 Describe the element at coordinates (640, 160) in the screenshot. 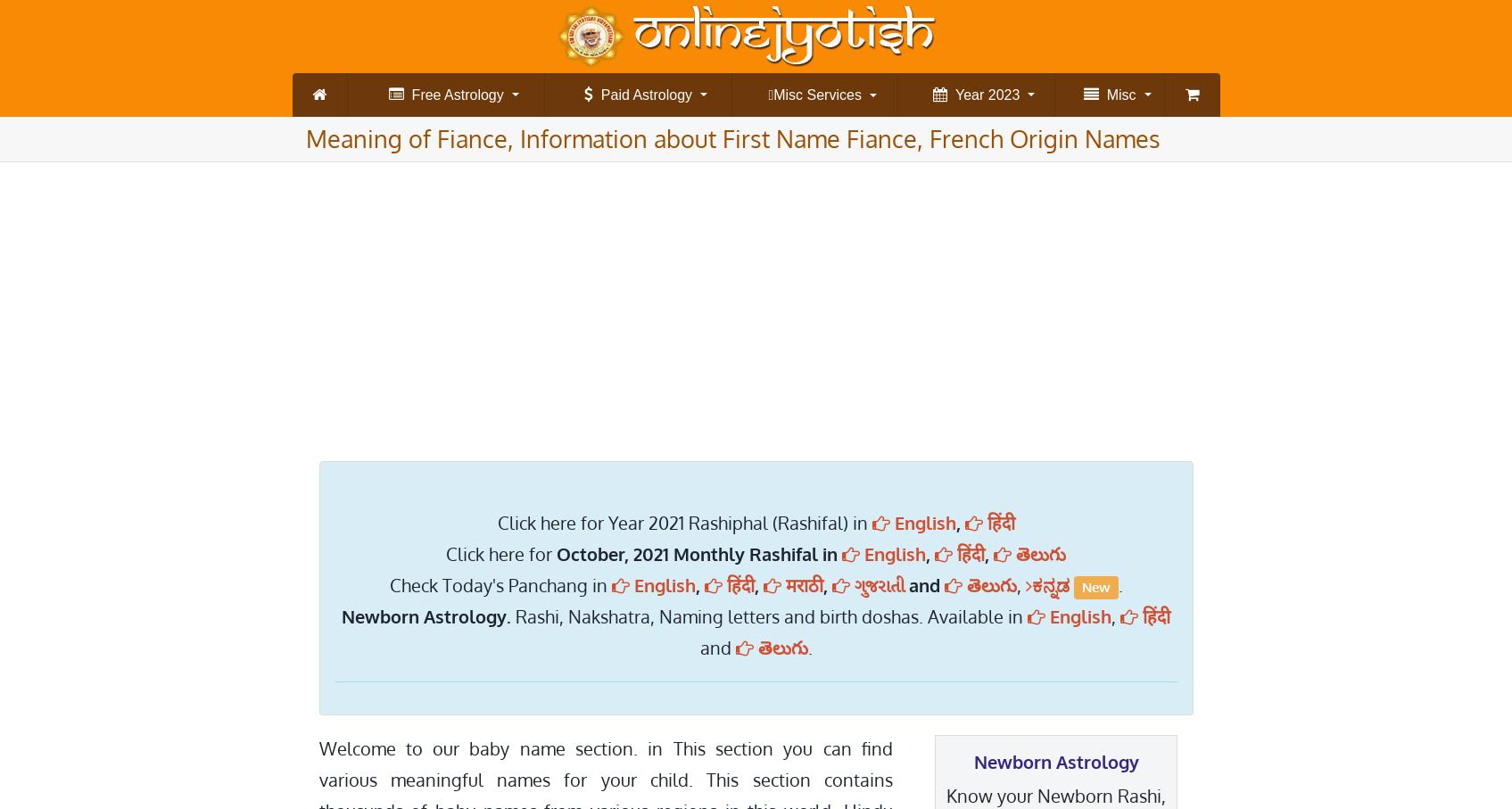

I see `'स्टार मिलान (Star Match)'` at that location.